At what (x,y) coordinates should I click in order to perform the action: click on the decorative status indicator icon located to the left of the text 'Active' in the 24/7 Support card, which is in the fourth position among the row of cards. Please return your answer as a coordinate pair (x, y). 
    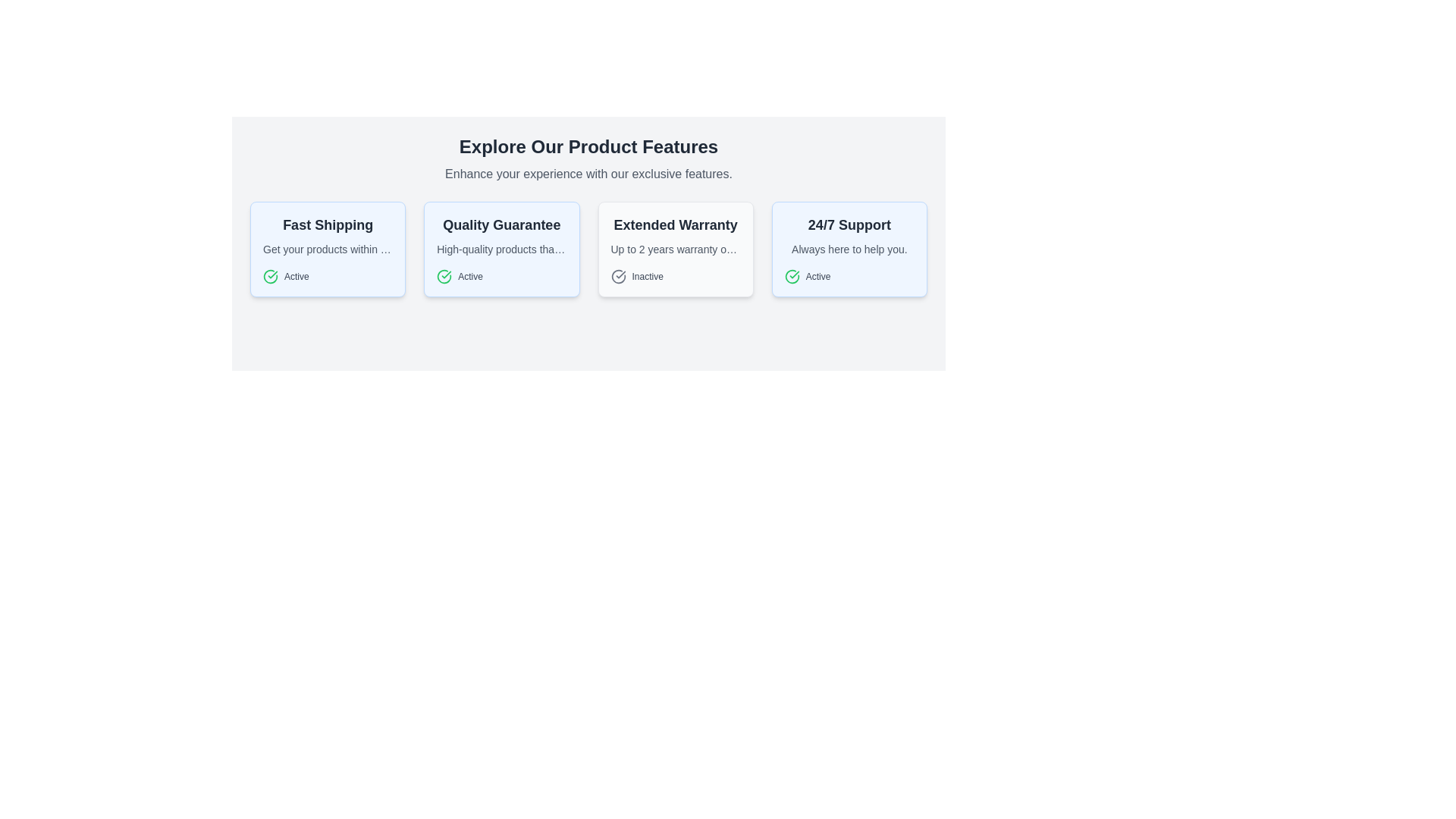
    Looking at the image, I should click on (791, 277).